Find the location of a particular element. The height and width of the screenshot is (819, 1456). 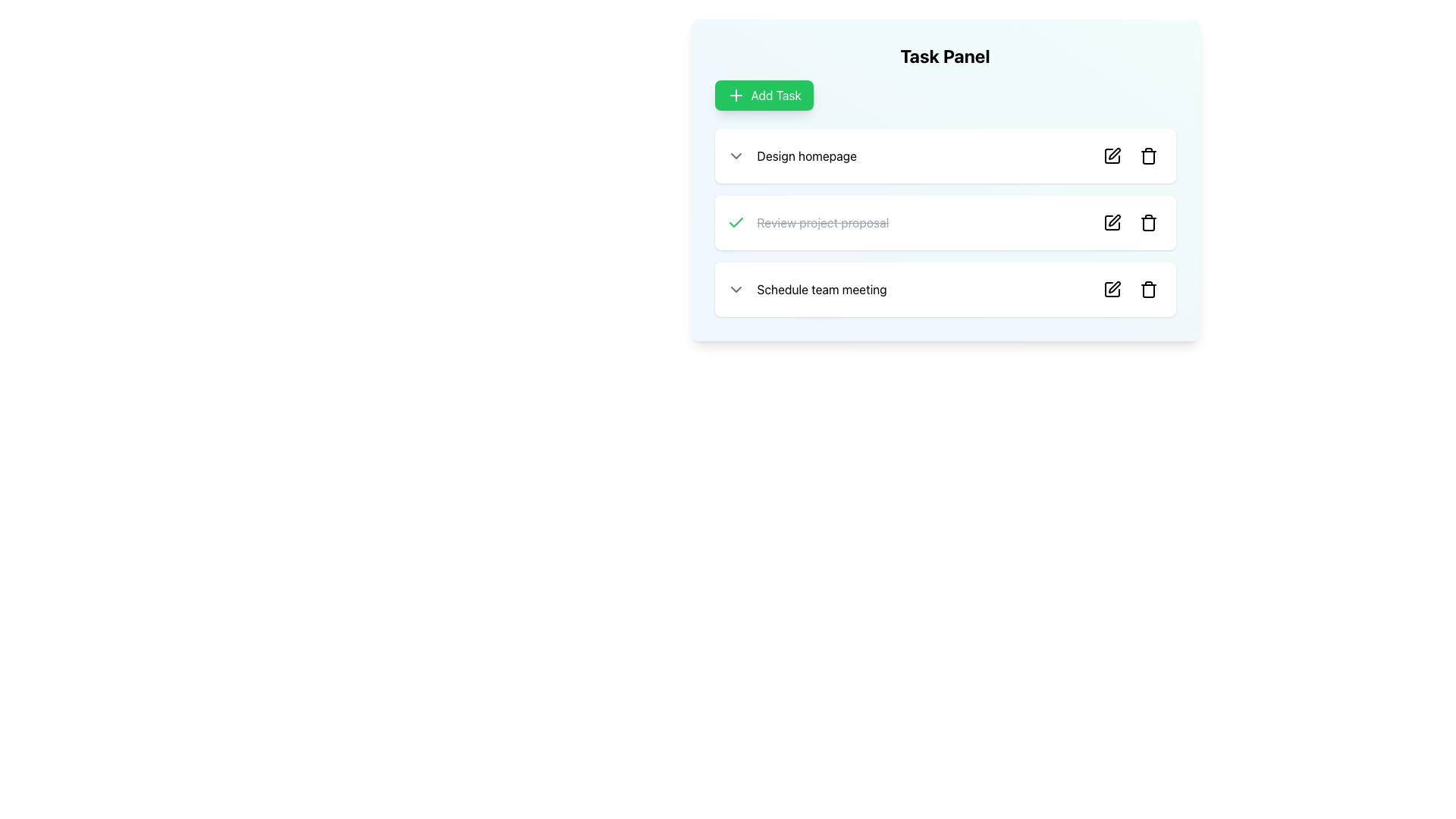

the green checkmark icon next to the text 'Review project proposal' is located at coordinates (736, 222).